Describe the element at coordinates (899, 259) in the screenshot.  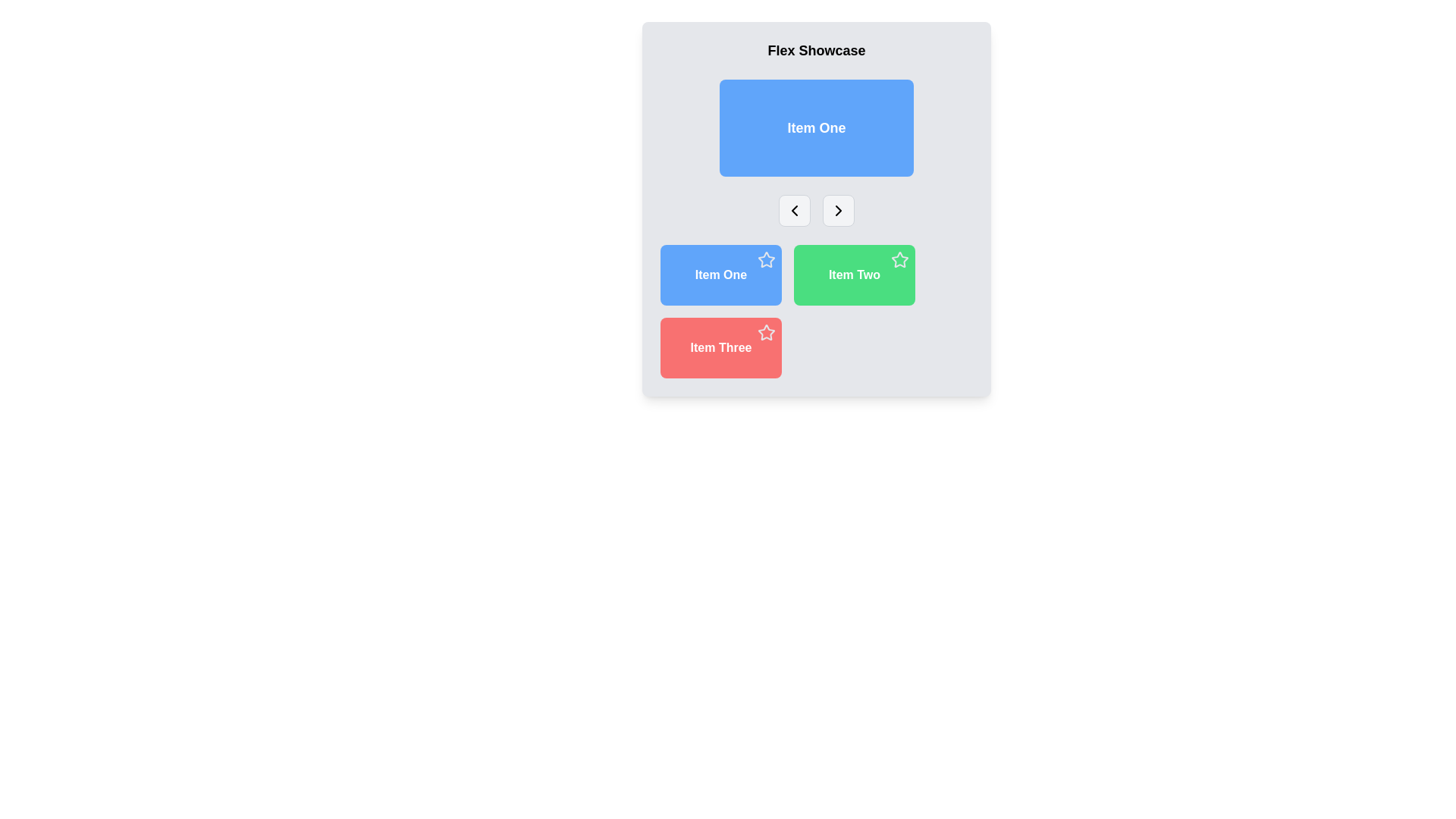
I see `the star icon outline located within the green rectangular button labeled 'Item Two'` at that location.